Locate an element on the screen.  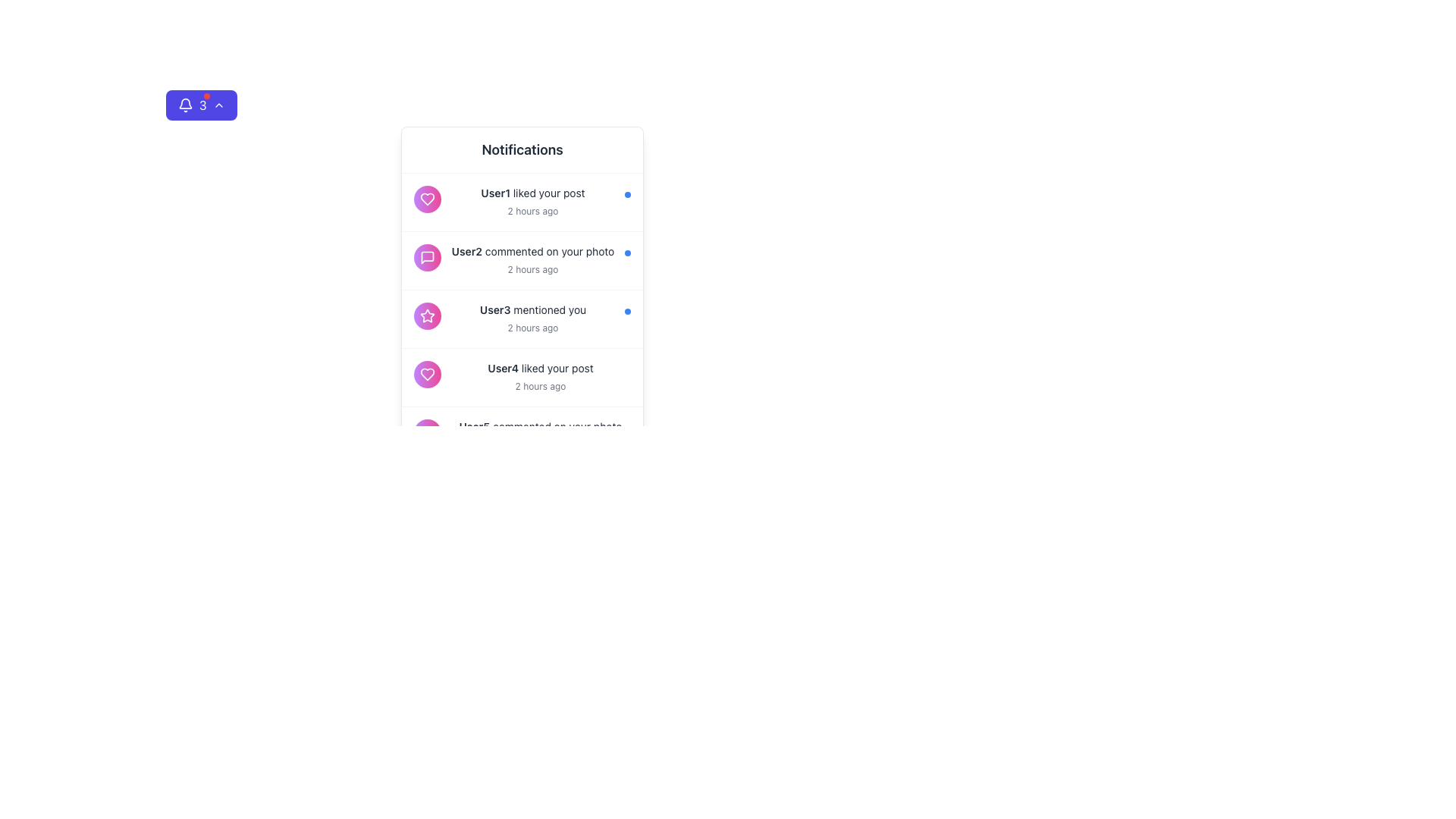
the second notification list item that informs the user that 'User2 commented on your photo', located between 'User1 liked your post' and 'User3 mentioned you' is located at coordinates (522, 260).